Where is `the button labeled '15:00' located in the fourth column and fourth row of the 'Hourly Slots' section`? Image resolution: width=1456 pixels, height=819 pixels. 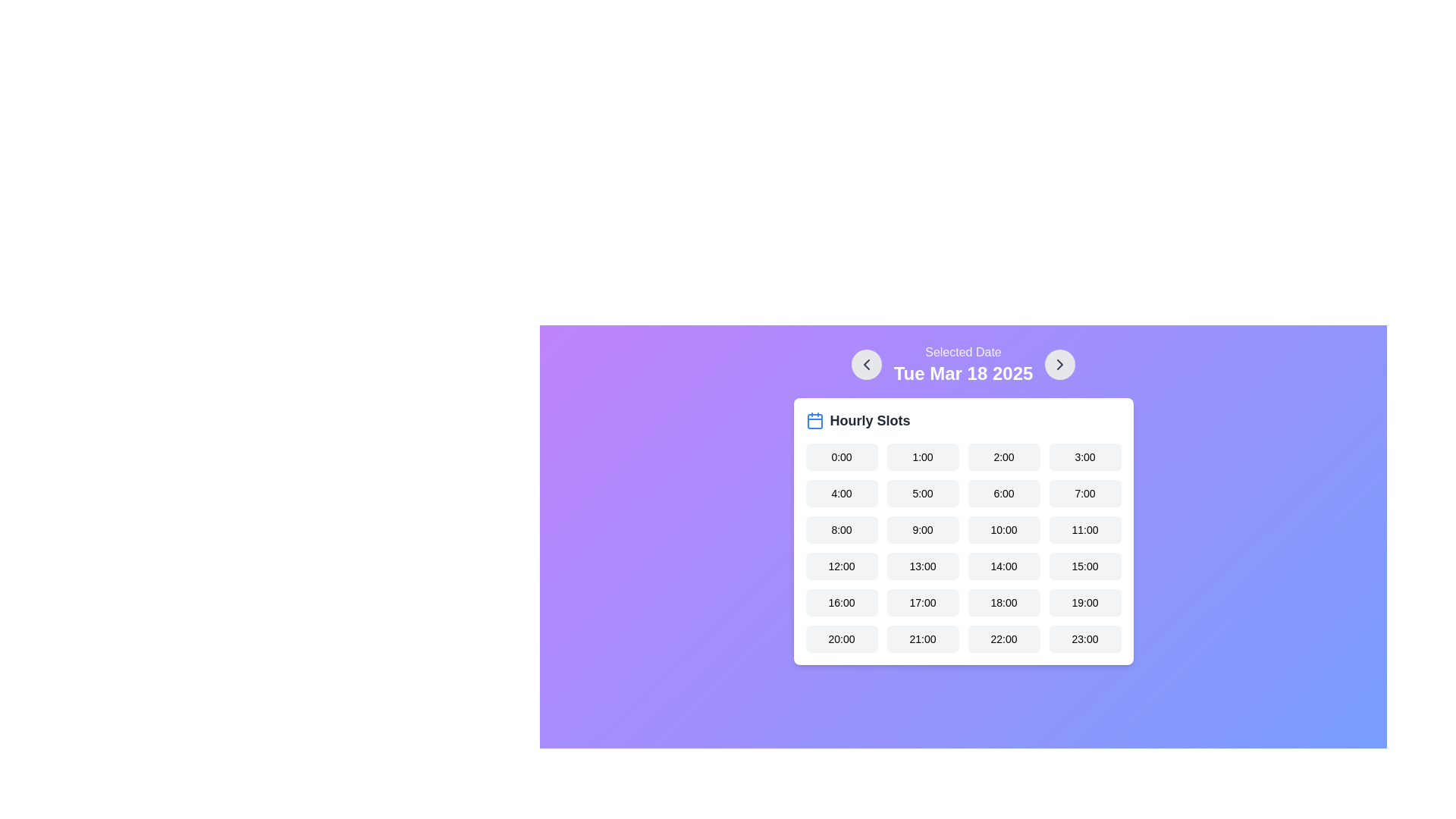 the button labeled '15:00' located in the fourth column and fourth row of the 'Hourly Slots' section is located at coordinates (1084, 566).